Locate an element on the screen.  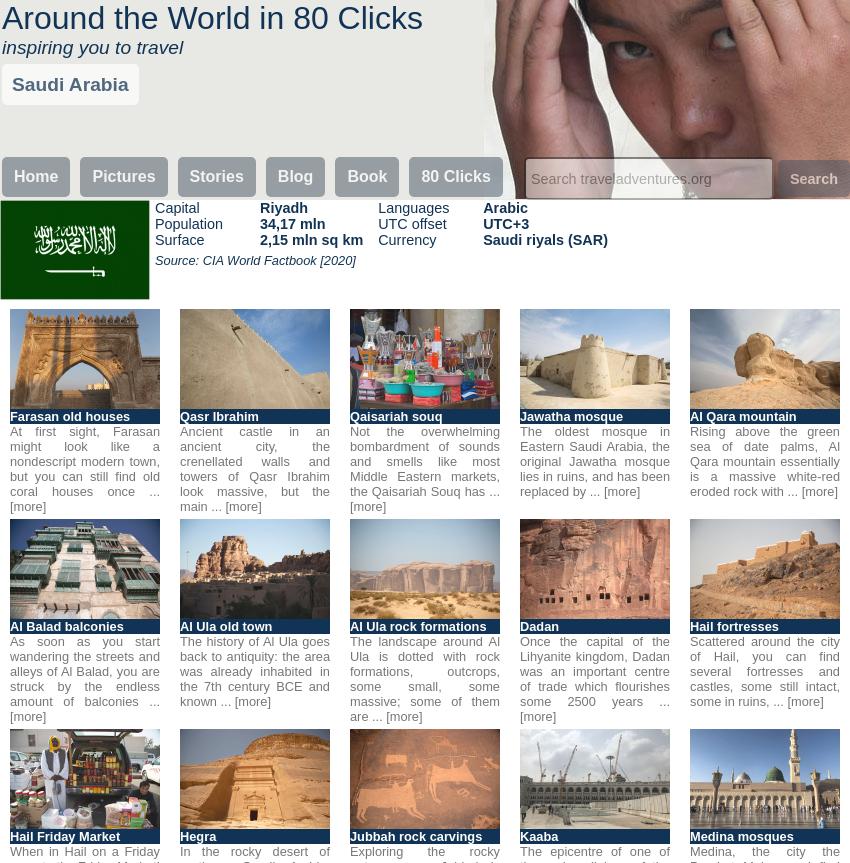
'Al Balad balconies' is located at coordinates (66, 625).